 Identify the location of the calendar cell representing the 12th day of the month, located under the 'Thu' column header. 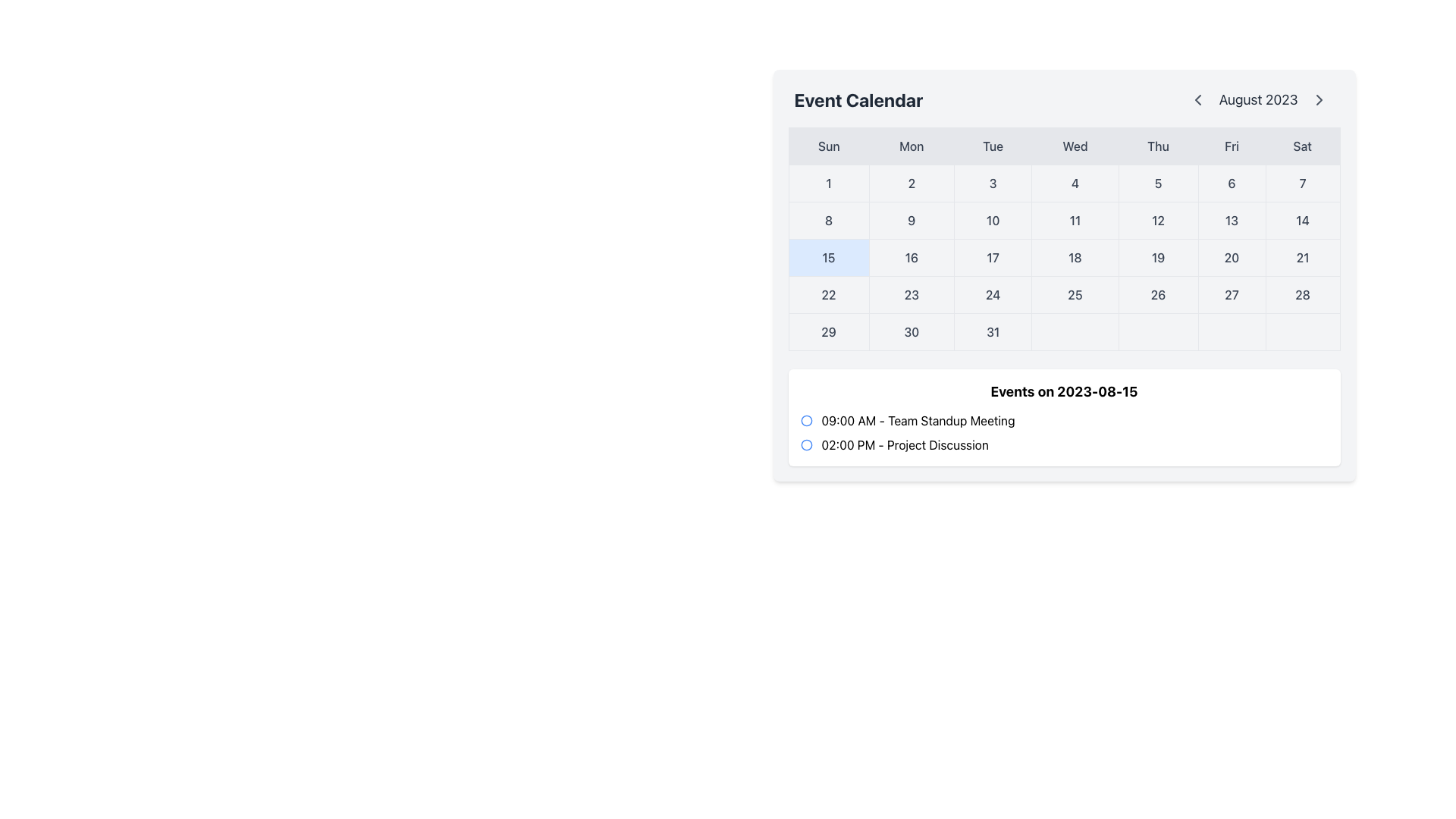
(1157, 220).